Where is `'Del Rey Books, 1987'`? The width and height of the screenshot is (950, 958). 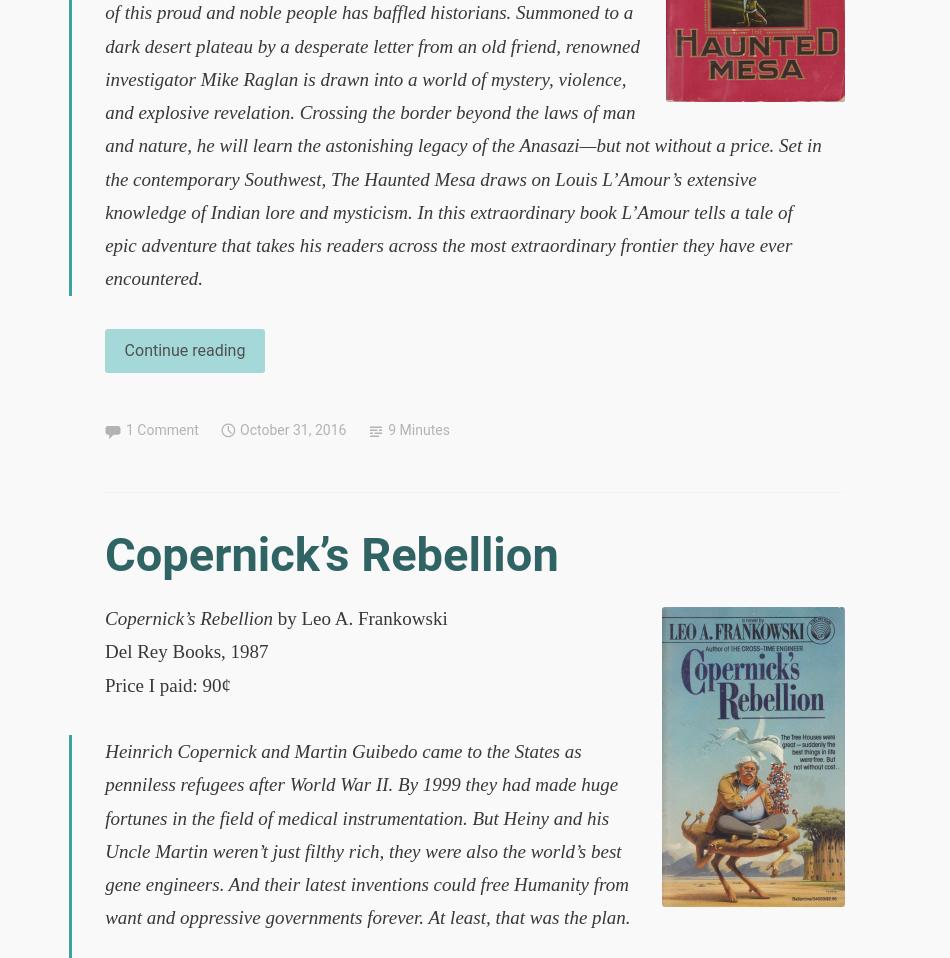
'Del Rey Books, 1987' is located at coordinates (186, 650).